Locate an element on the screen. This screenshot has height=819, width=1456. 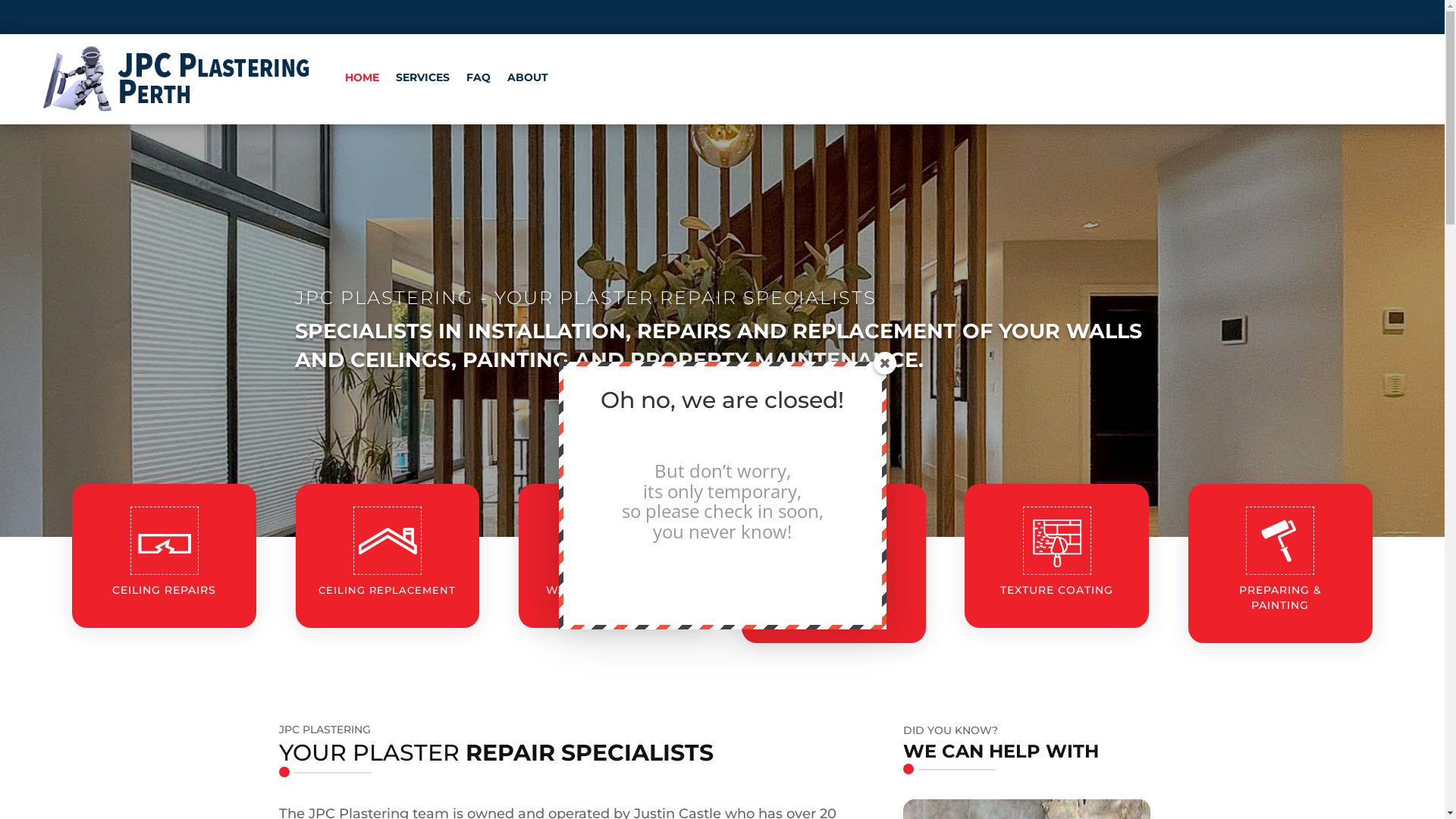
'FAQ' is located at coordinates (477, 77).